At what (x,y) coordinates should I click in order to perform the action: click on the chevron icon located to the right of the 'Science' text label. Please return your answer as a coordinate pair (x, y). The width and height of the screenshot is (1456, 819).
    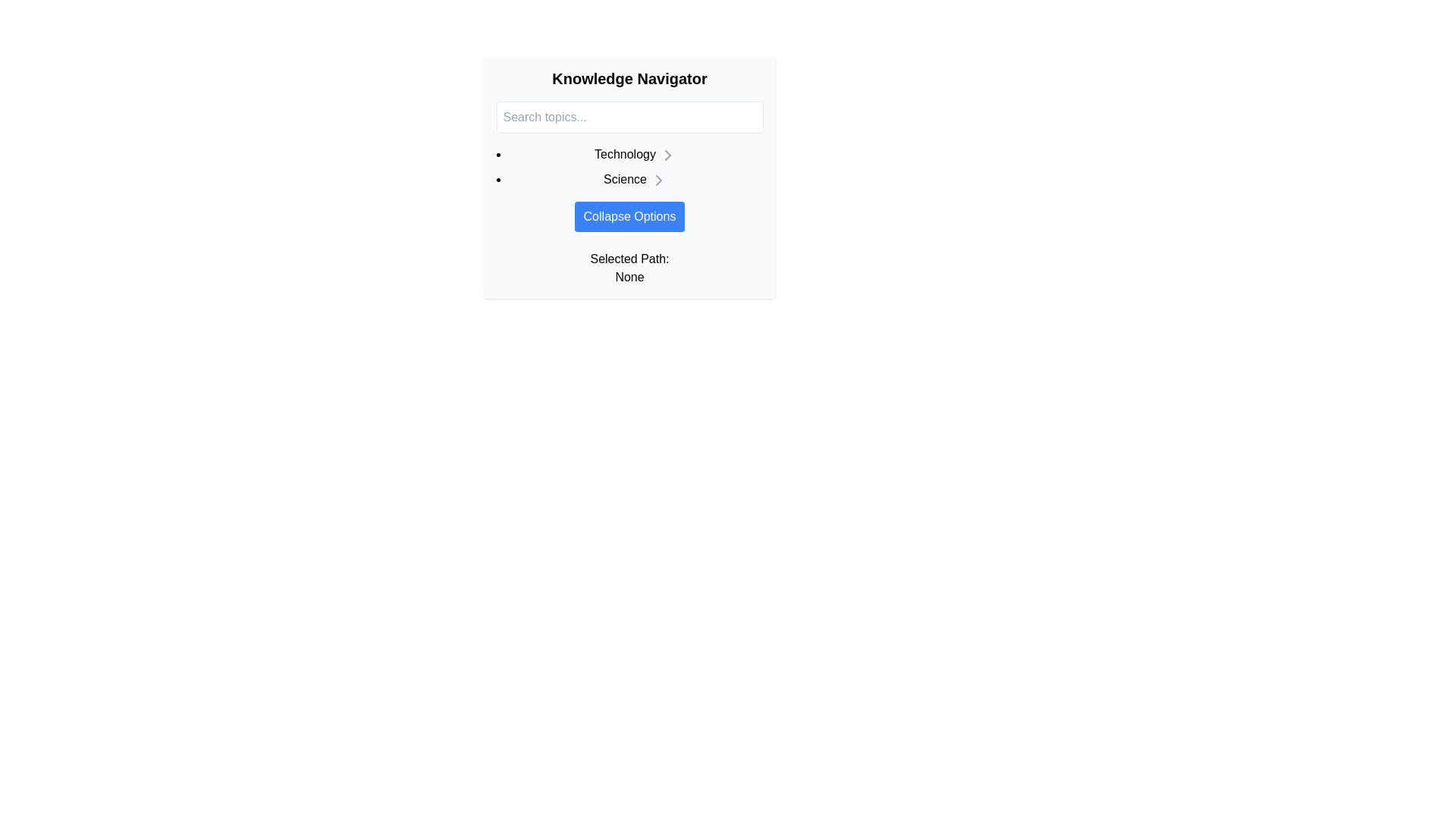
    Looking at the image, I should click on (658, 179).